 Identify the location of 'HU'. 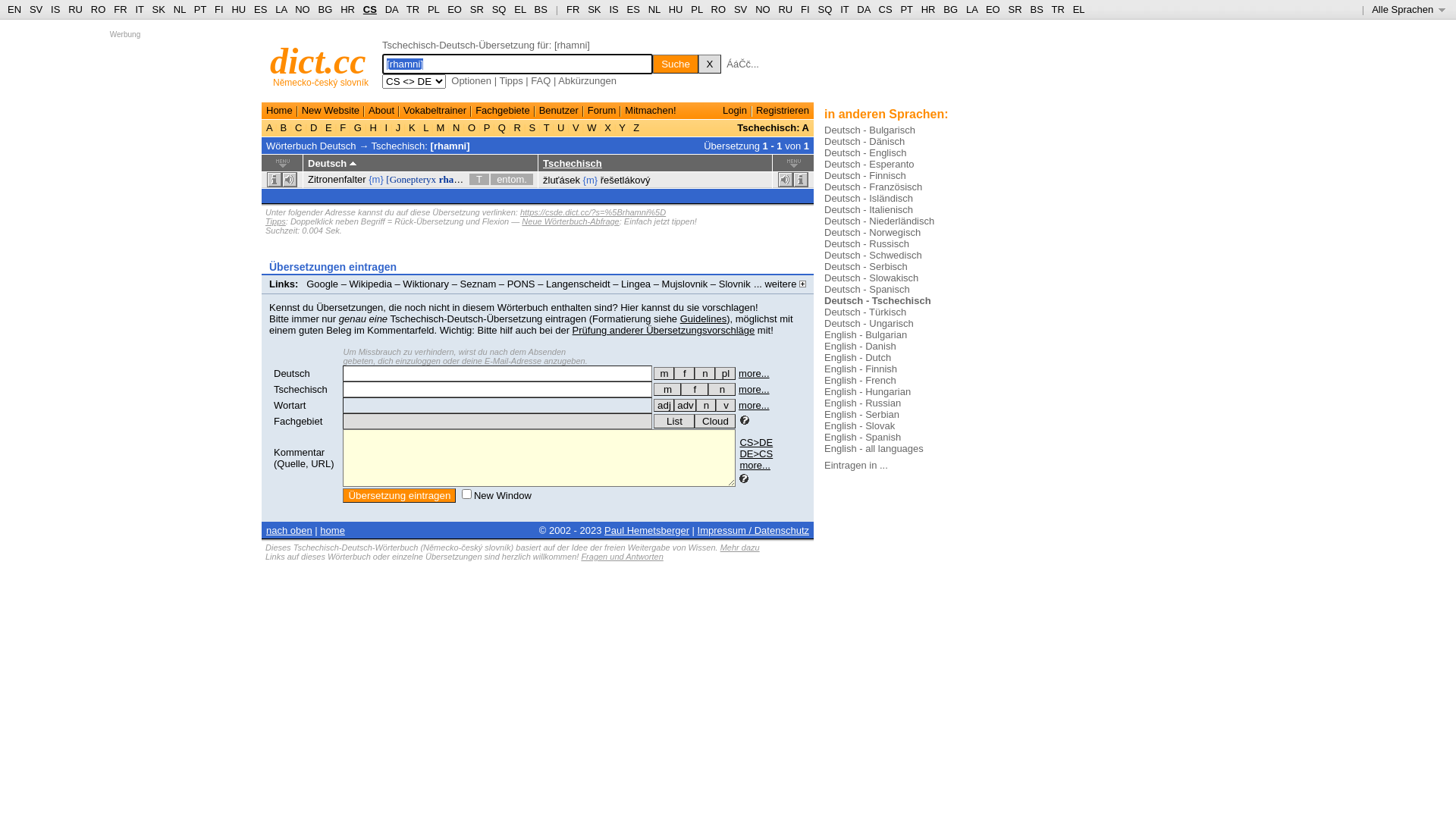
(237, 9).